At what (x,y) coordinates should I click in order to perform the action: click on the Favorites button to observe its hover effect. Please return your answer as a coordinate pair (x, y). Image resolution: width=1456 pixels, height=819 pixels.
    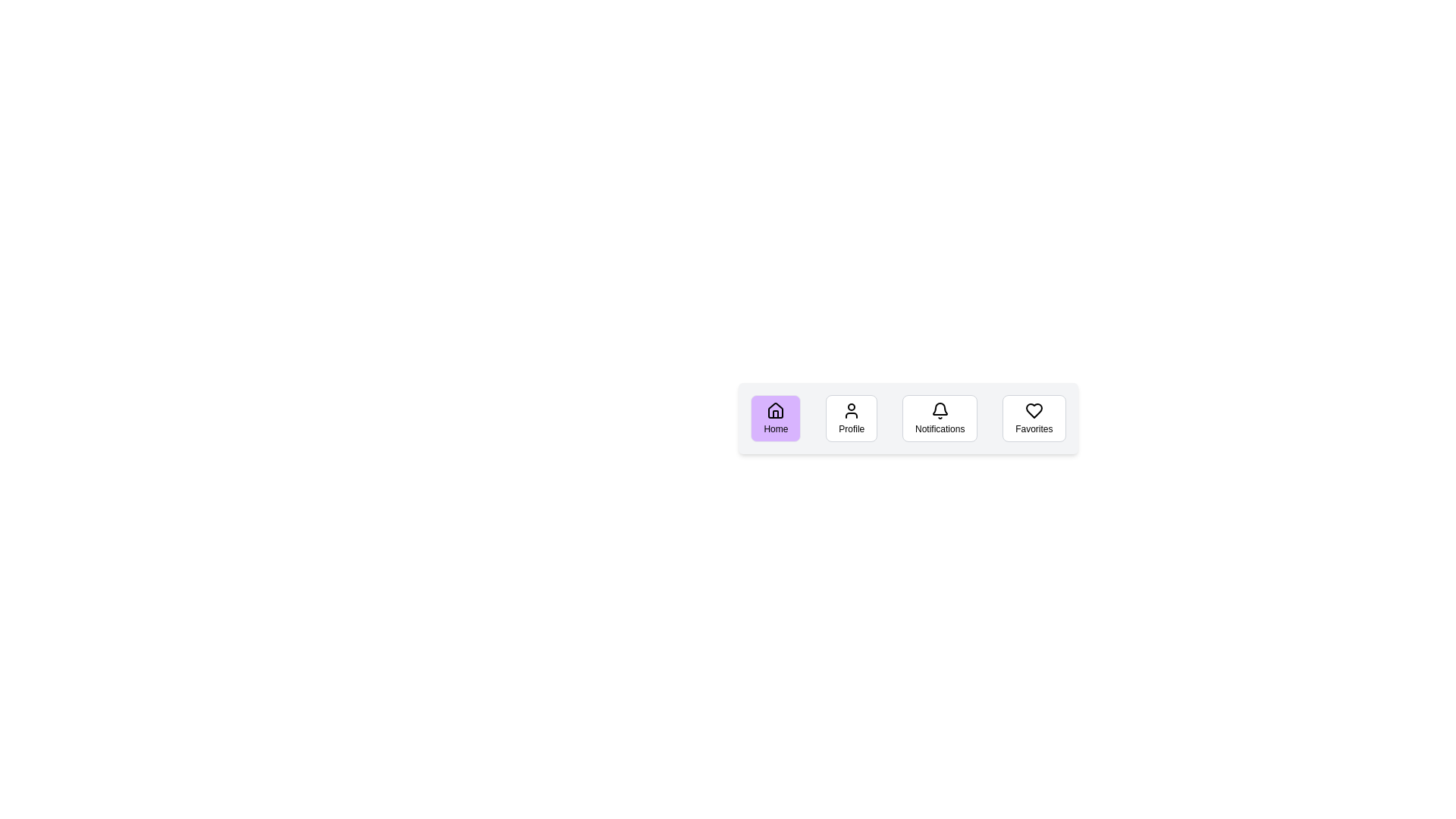
    Looking at the image, I should click on (1033, 418).